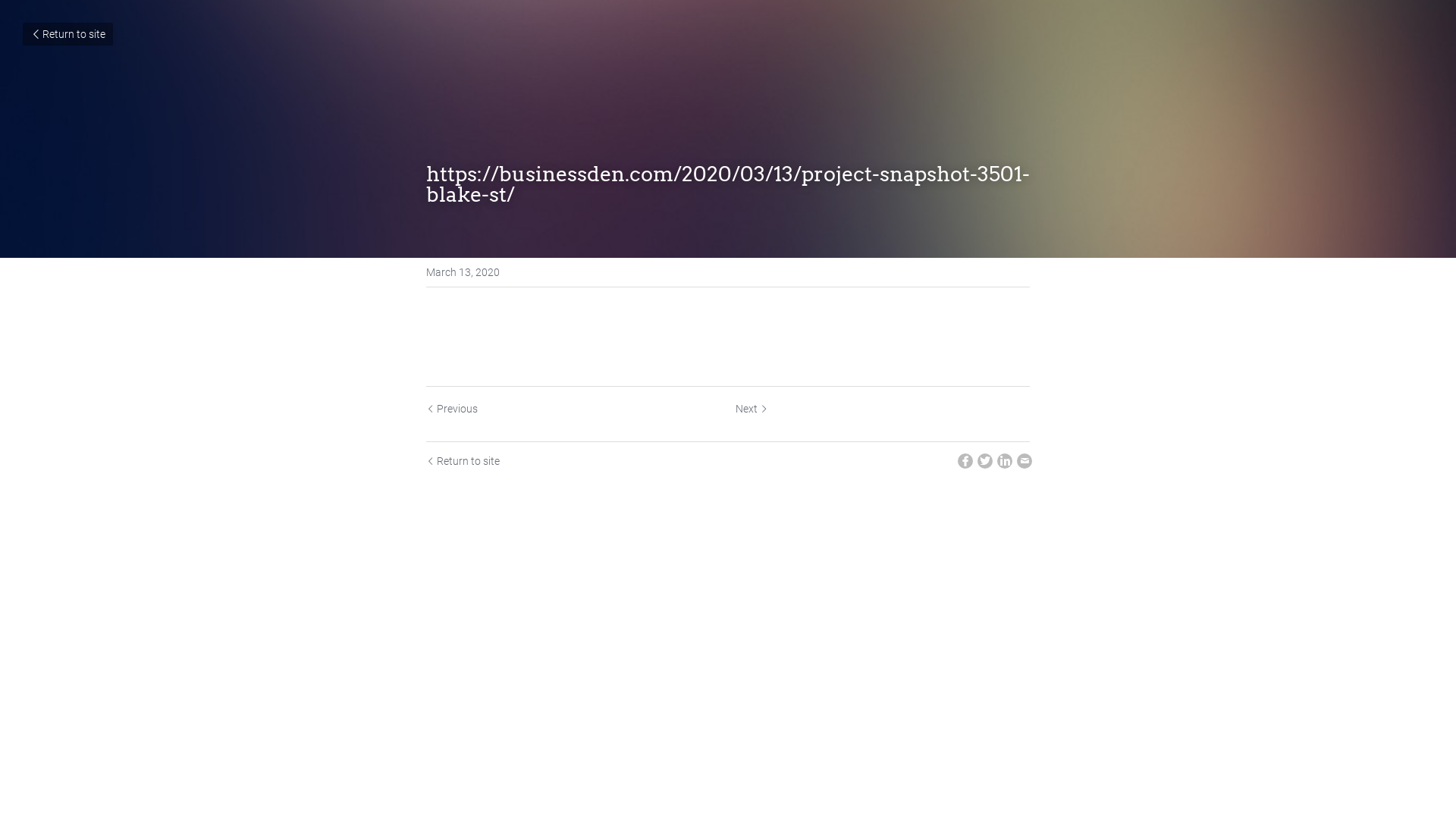  I want to click on 'Previous', so click(450, 408).